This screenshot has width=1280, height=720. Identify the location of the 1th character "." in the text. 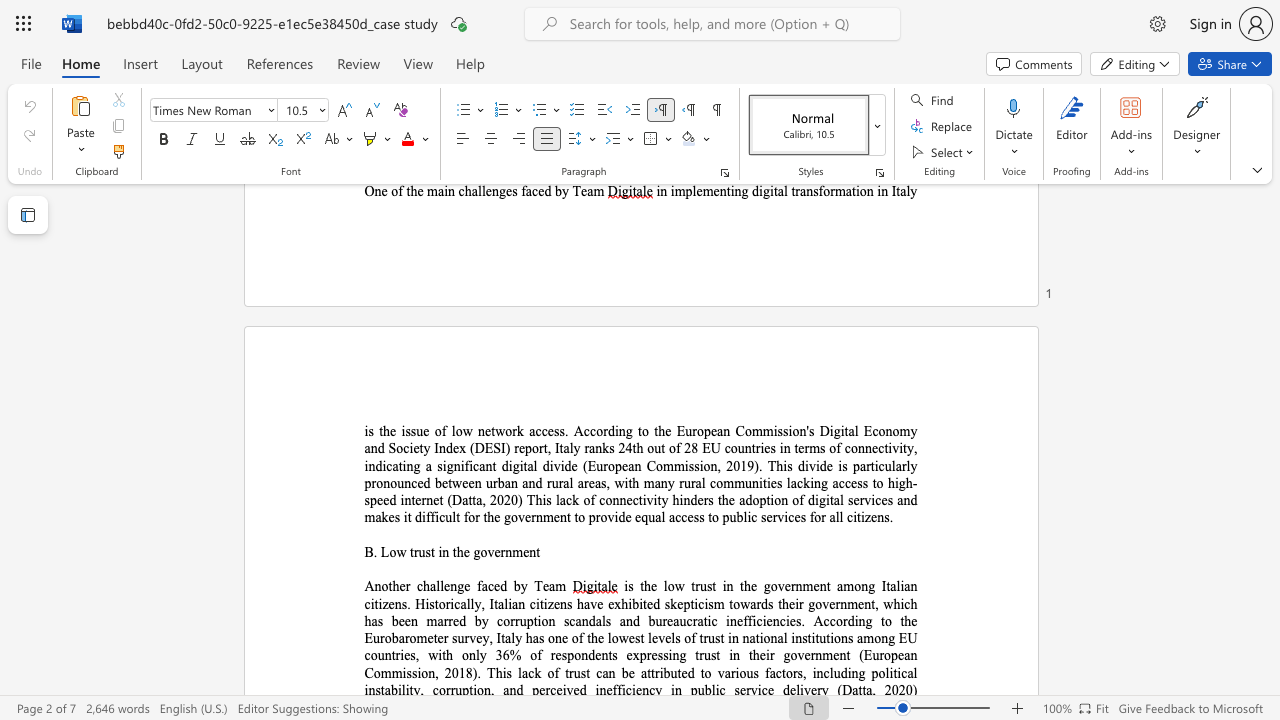
(375, 552).